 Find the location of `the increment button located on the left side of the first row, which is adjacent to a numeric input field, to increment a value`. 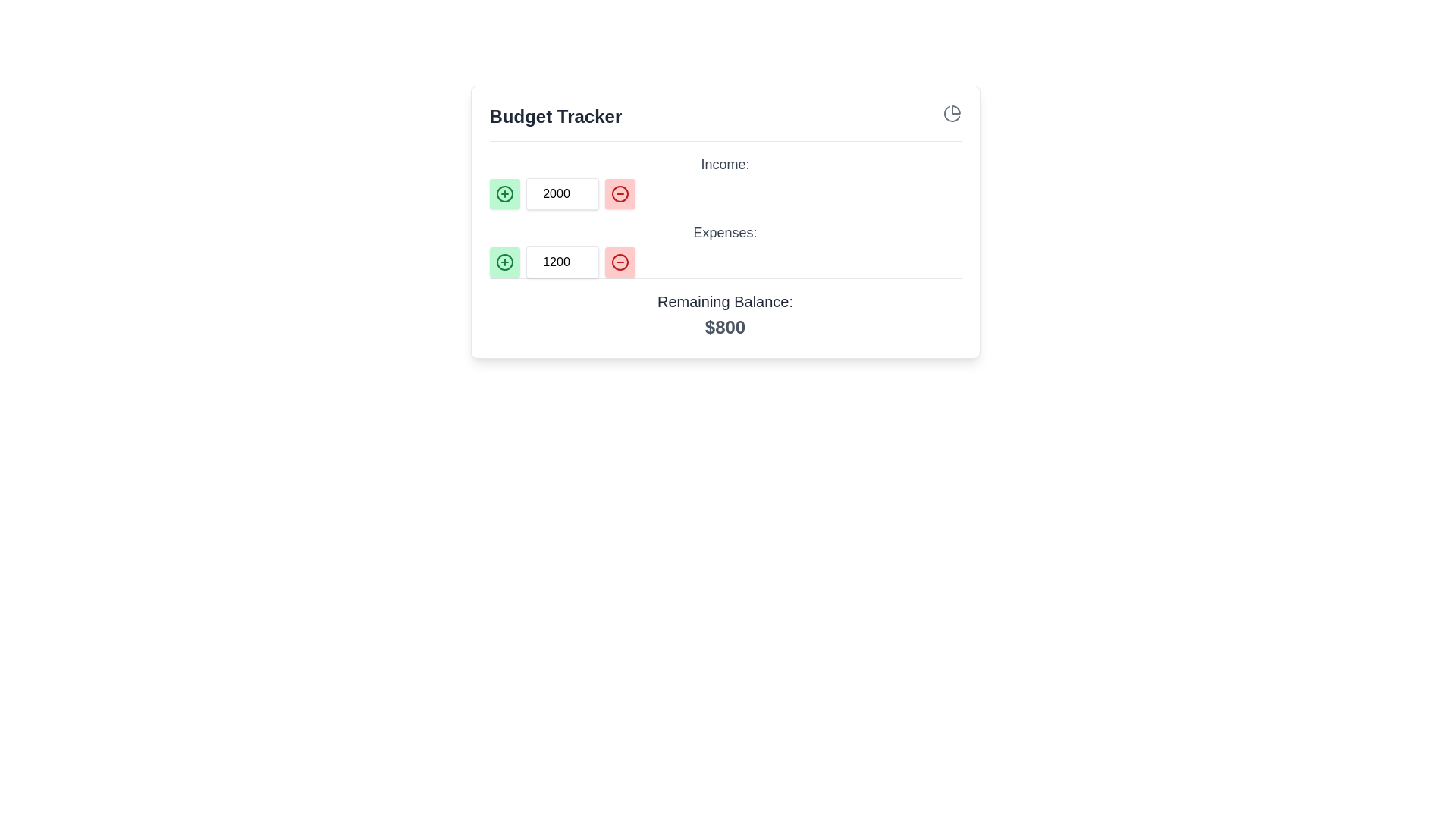

the increment button located on the left side of the first row, which is adjacent to a numeric input field, to increment a value is located at coordinates (504, 193).